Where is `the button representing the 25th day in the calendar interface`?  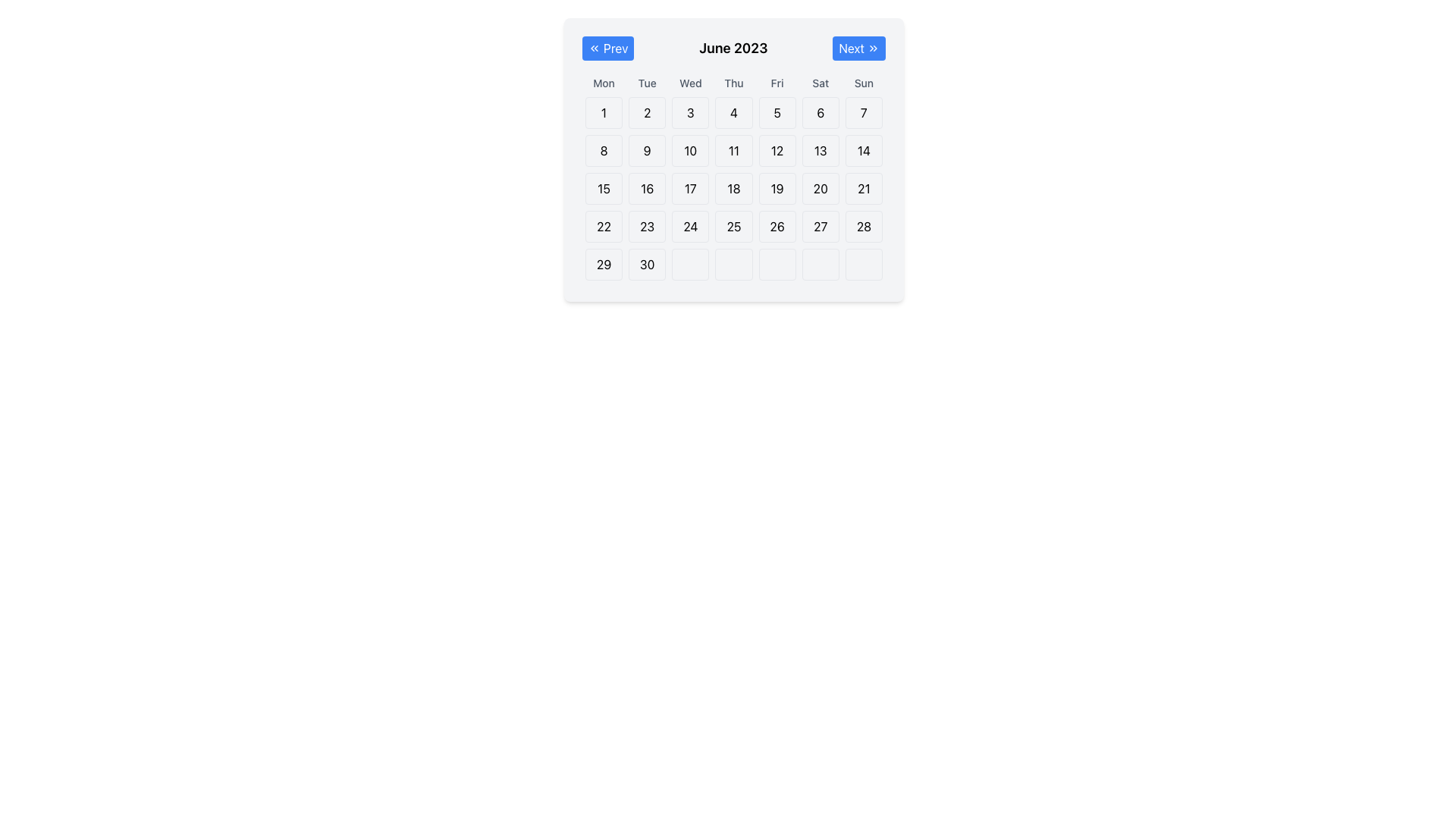 the button representing the 25th day in the calendar interface is located at coordinates (734, 227).